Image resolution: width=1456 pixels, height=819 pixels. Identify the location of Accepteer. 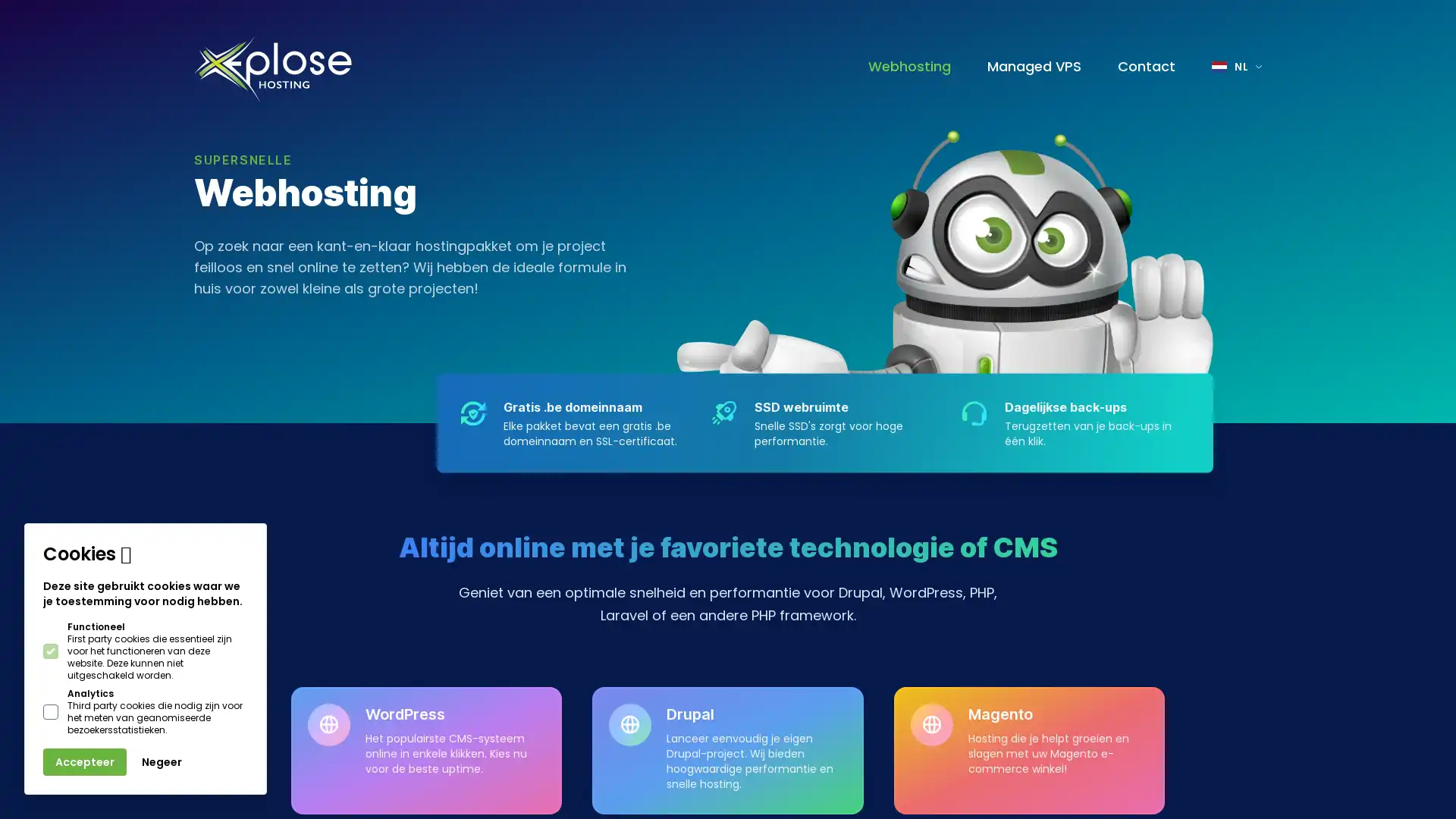
(83, 762).